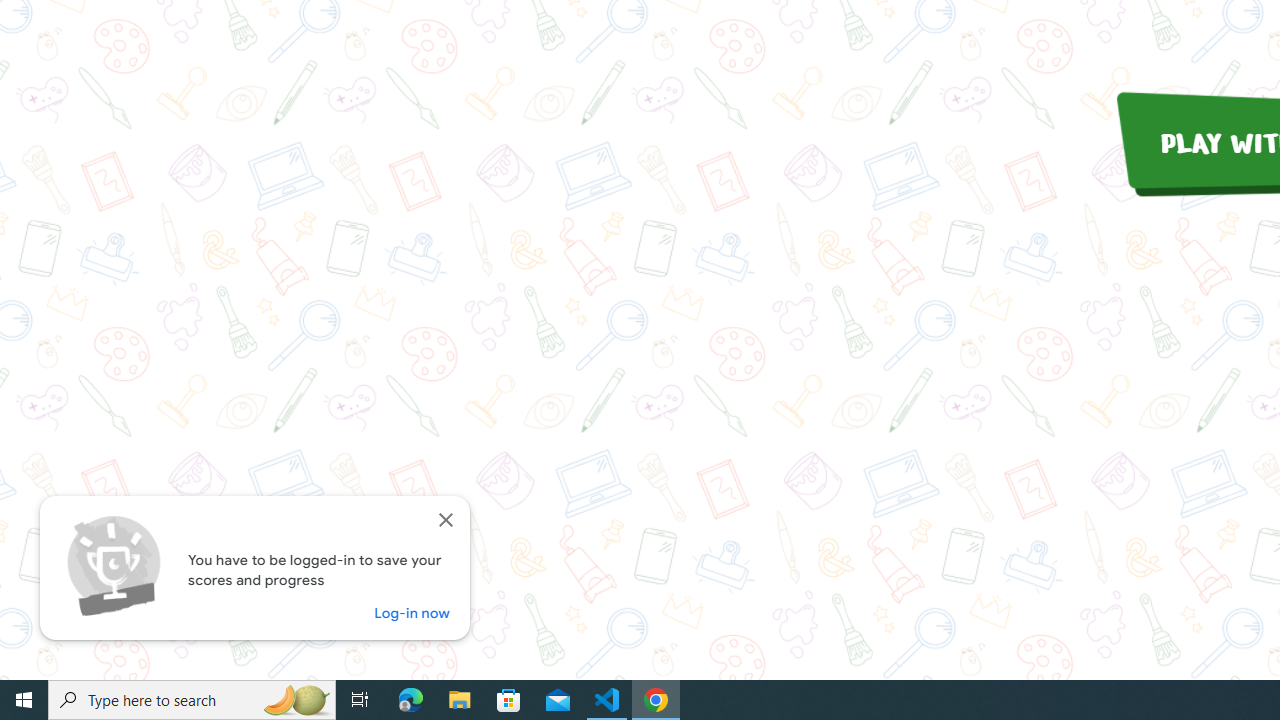  I want to click on 'Log-in now', so click(411, 611).